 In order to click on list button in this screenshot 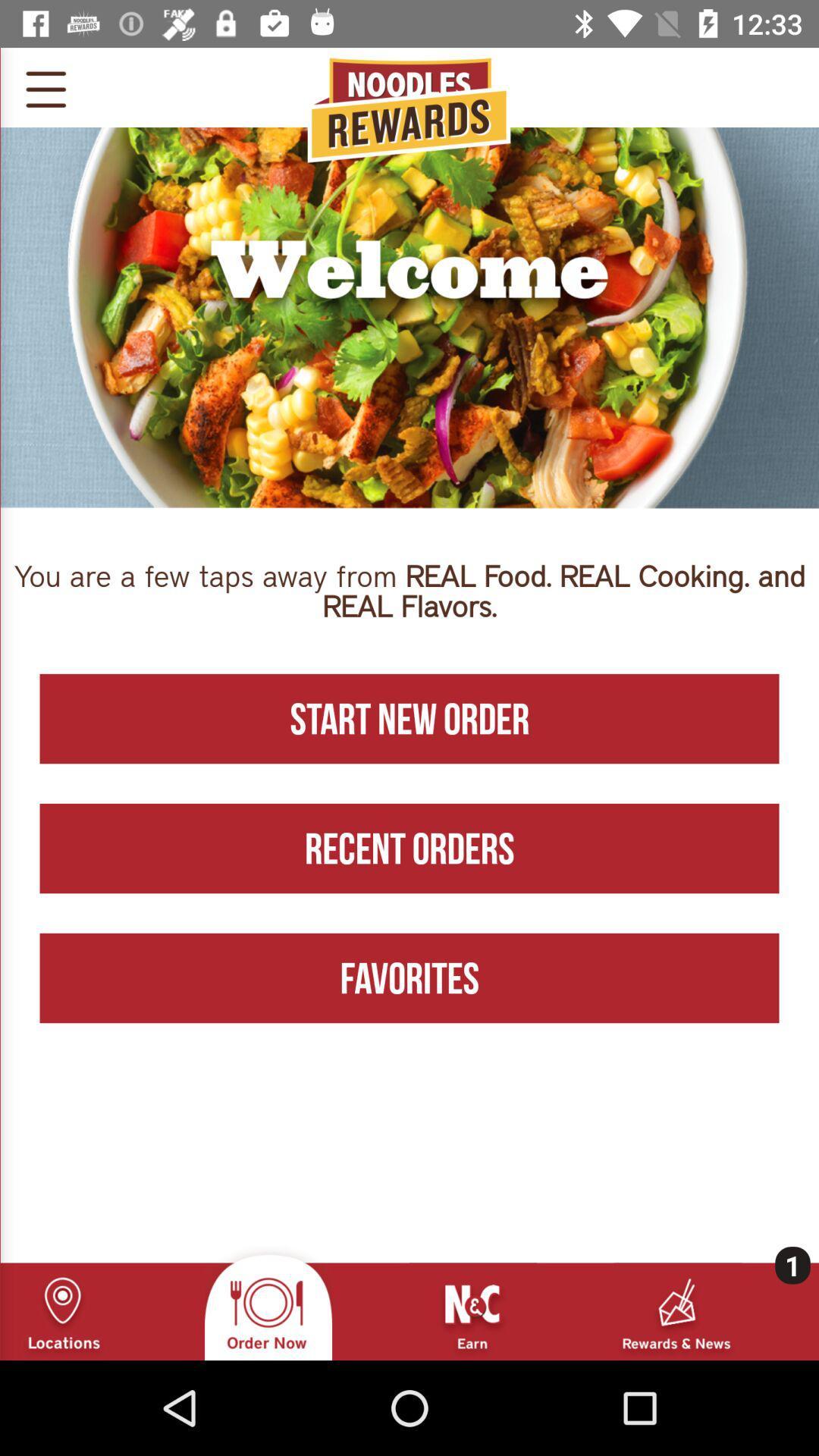, I will do `click(45, 86)`.